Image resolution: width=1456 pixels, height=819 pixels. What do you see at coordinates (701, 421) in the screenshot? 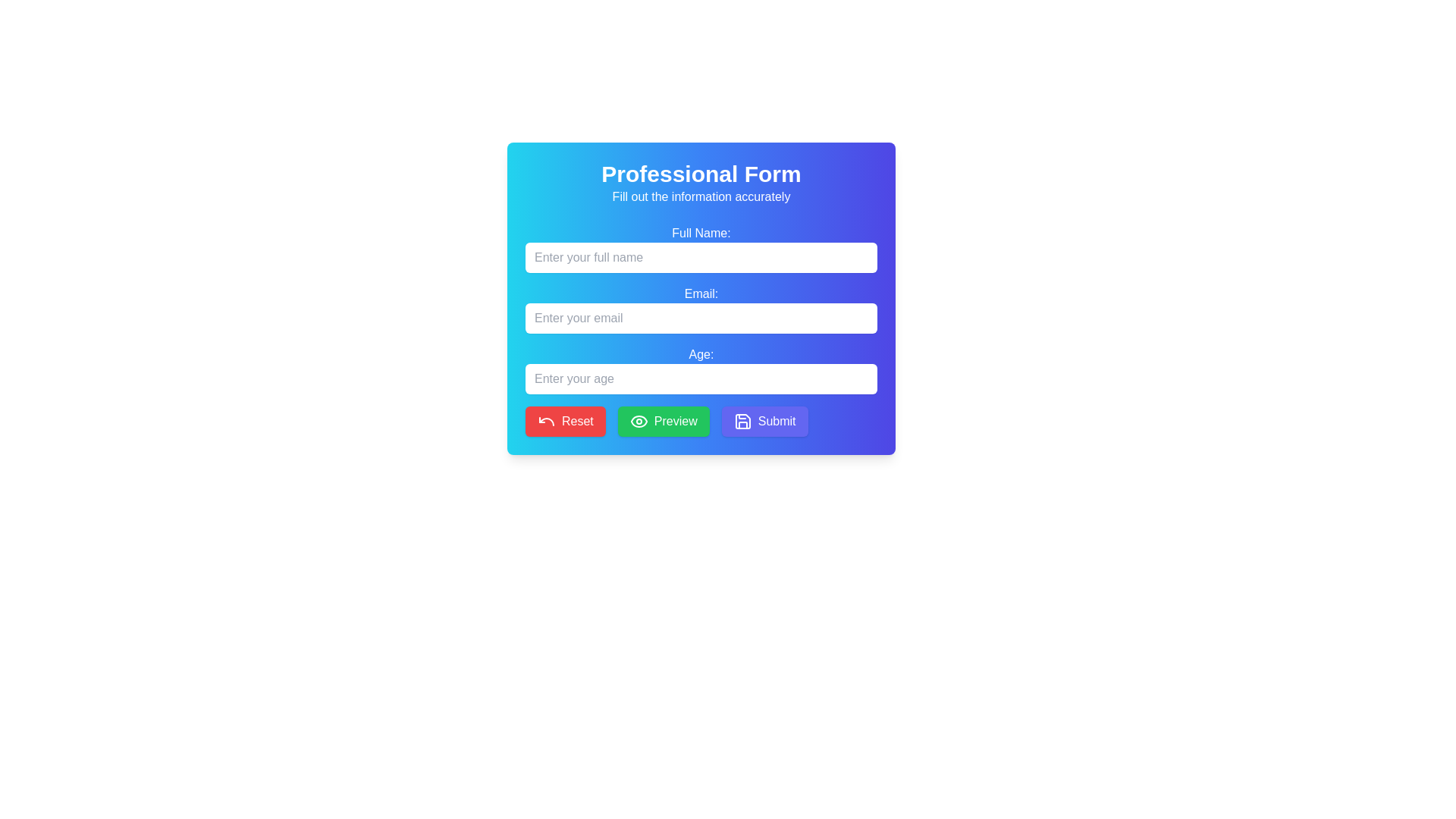
I see `the green 'Preview' button with an eye icon` at bounding box center [701, 421].